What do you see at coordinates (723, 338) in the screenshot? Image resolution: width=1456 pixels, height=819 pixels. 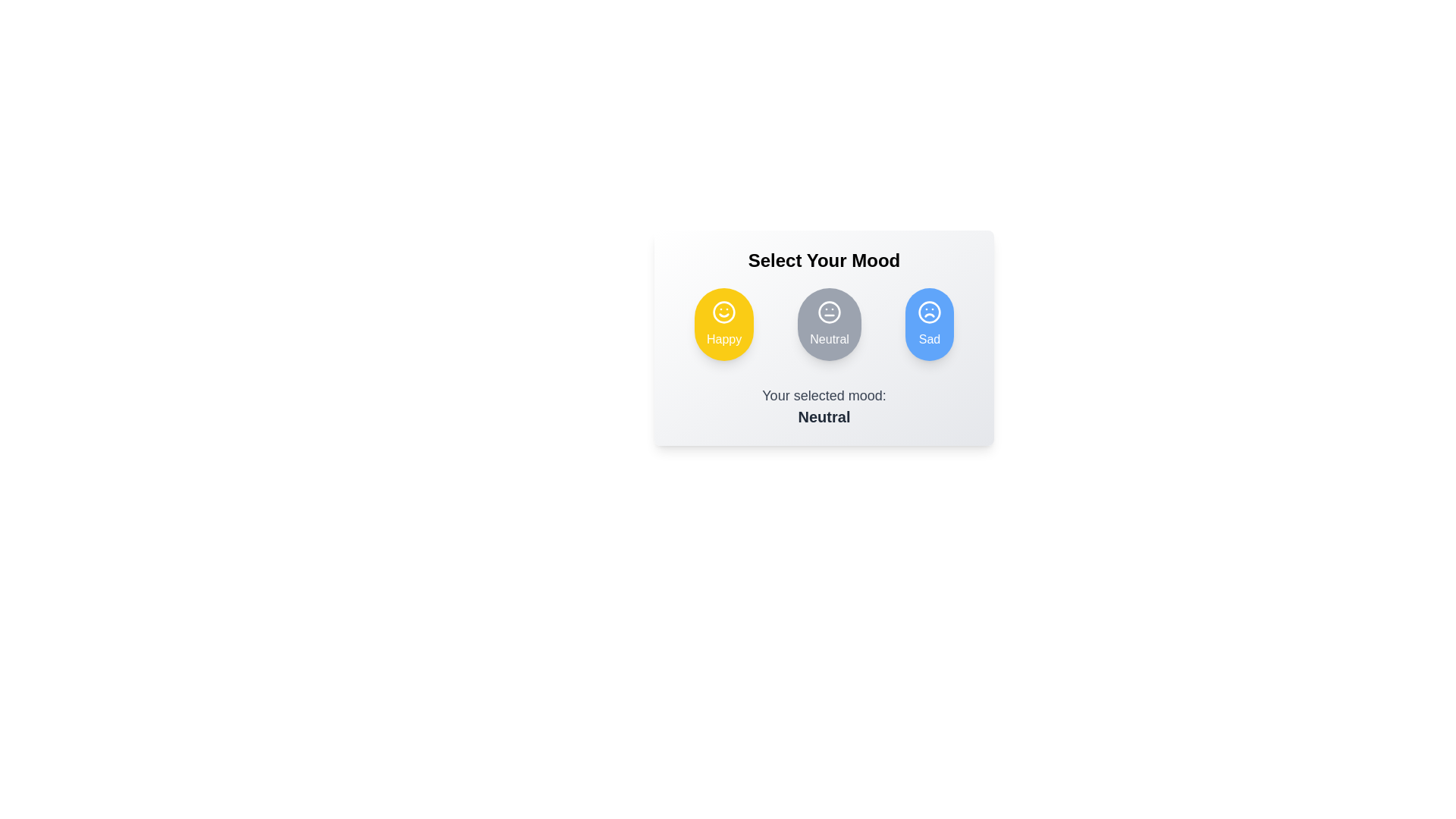 I see `text label 'Happy' which is displayed in white font on a yellow background, located beneath a smiley face icon within a circular button for mood selection` at bounding box center [723, 338].